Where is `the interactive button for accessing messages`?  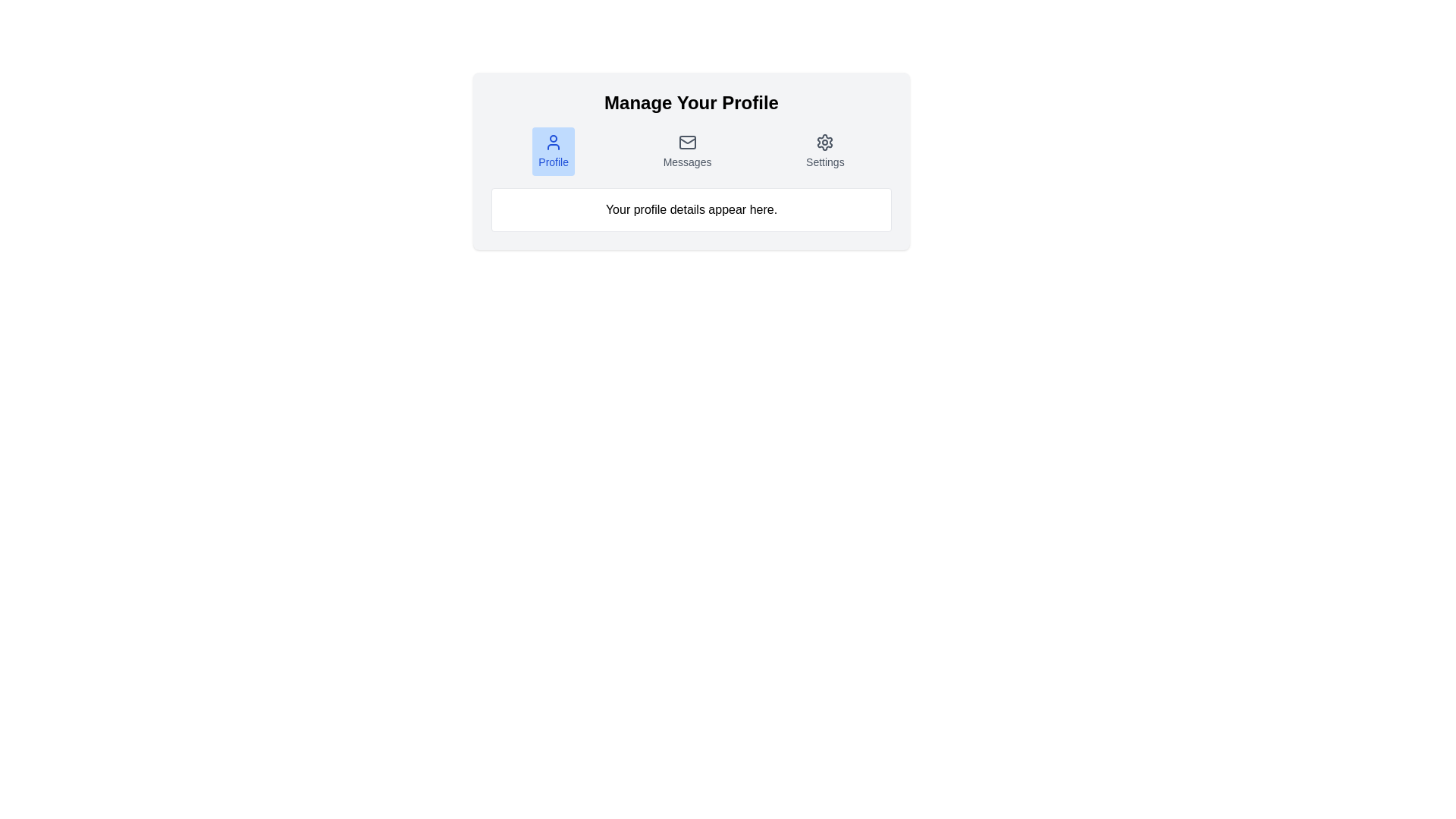 the interactive button for accessing messages is located at coordinates (691, 152).